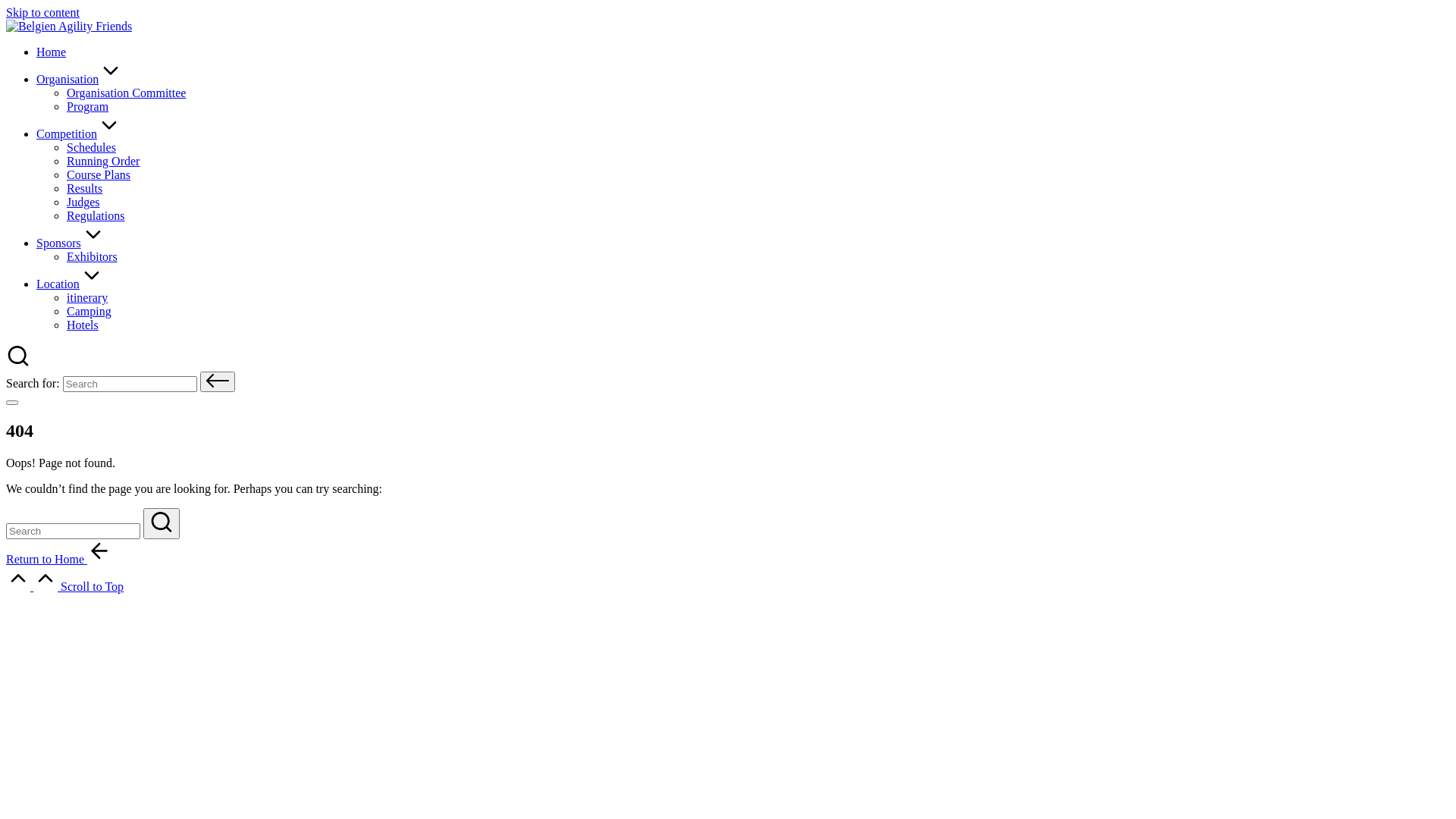 The image size is (1456, 819). Describe the element at coordinates (70, 242) in the screenshot. I see `'Sponsors'` at that location.